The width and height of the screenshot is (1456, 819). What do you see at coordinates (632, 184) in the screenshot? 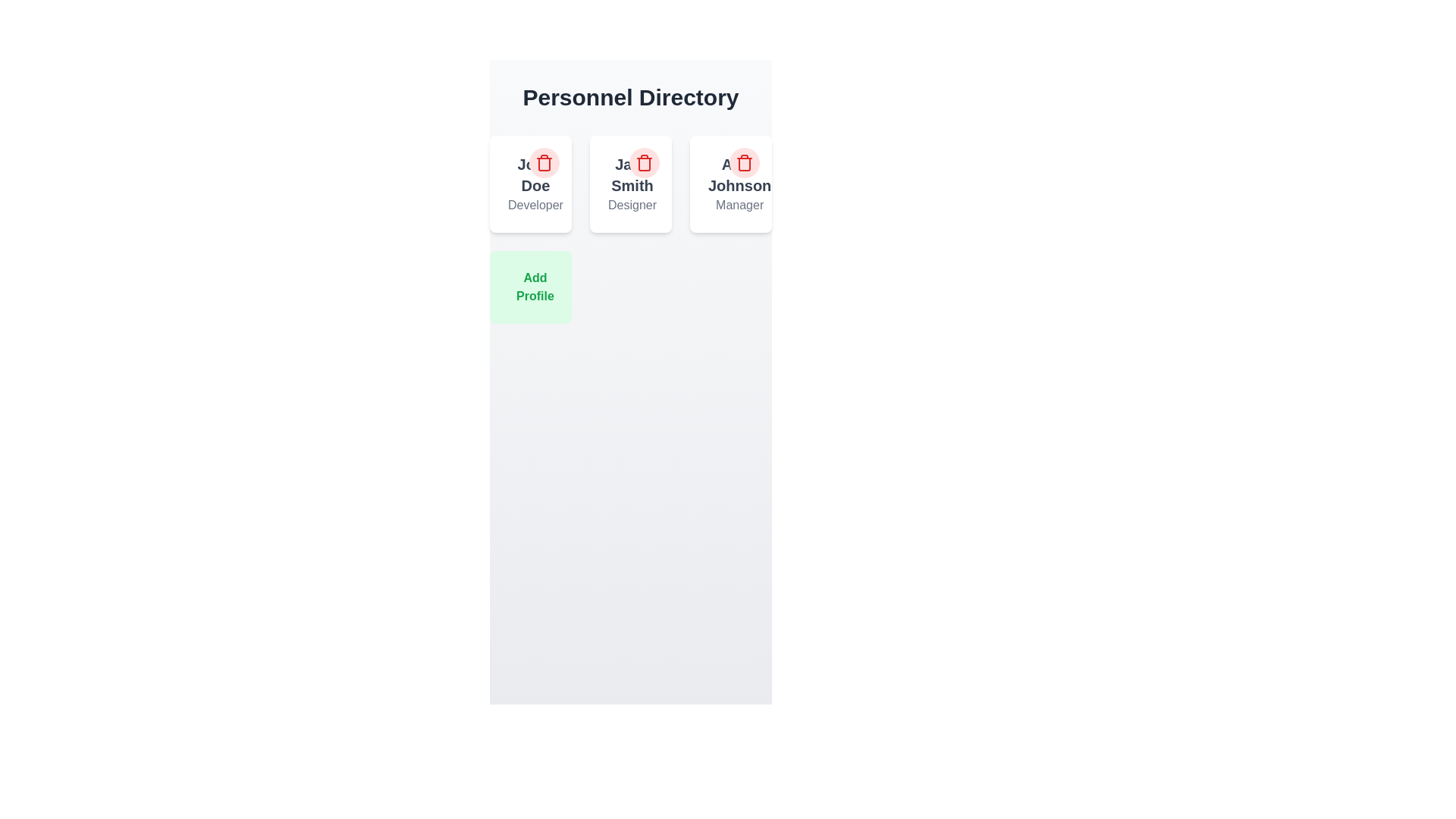
I see `the text label 'Jane Smith' which displays the name in bold and the title 'Designer' beneath it` at bounding box center [632, 184].